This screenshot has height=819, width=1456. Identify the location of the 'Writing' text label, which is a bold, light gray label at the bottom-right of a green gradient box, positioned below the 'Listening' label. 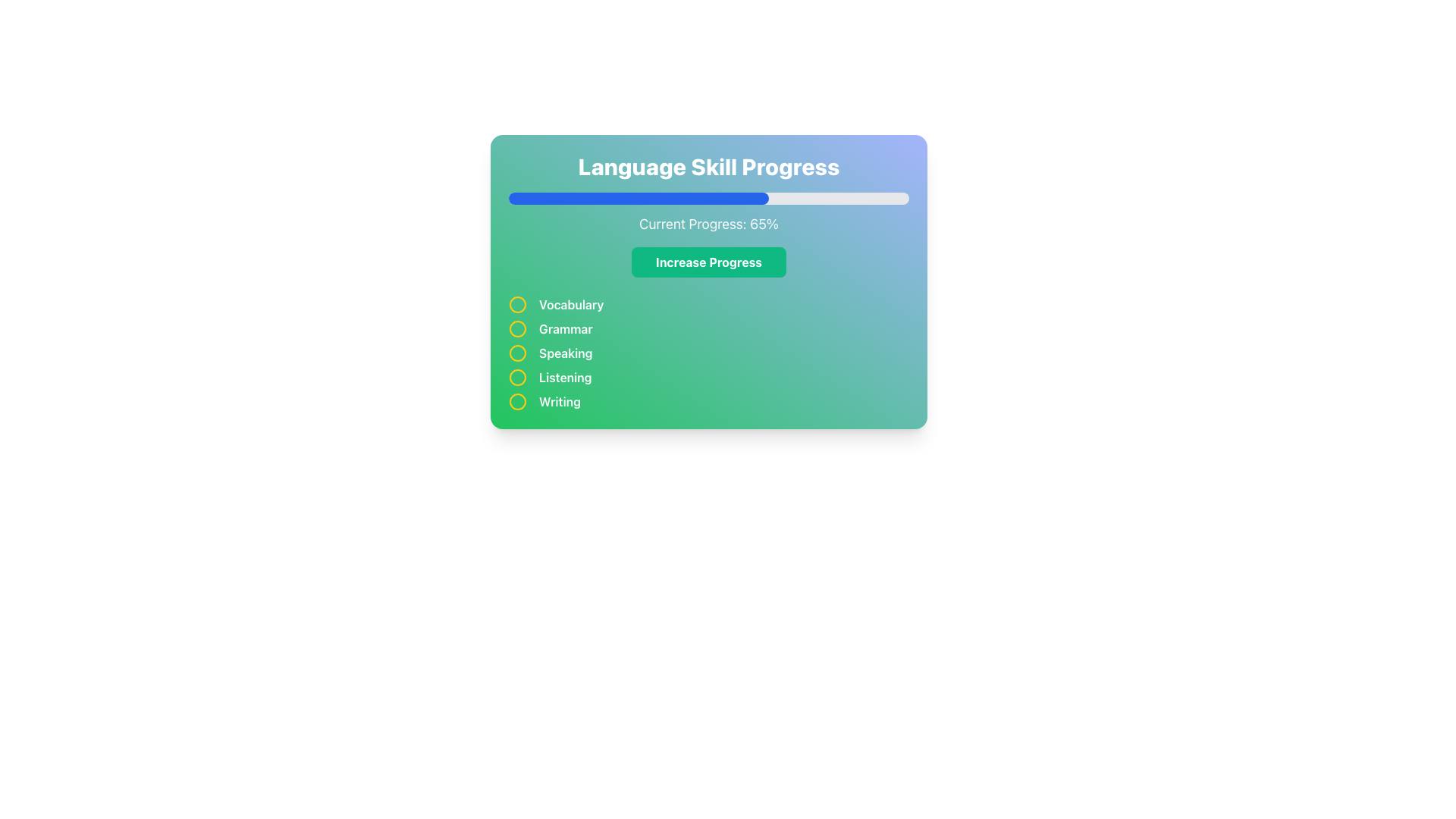
(559, 400).